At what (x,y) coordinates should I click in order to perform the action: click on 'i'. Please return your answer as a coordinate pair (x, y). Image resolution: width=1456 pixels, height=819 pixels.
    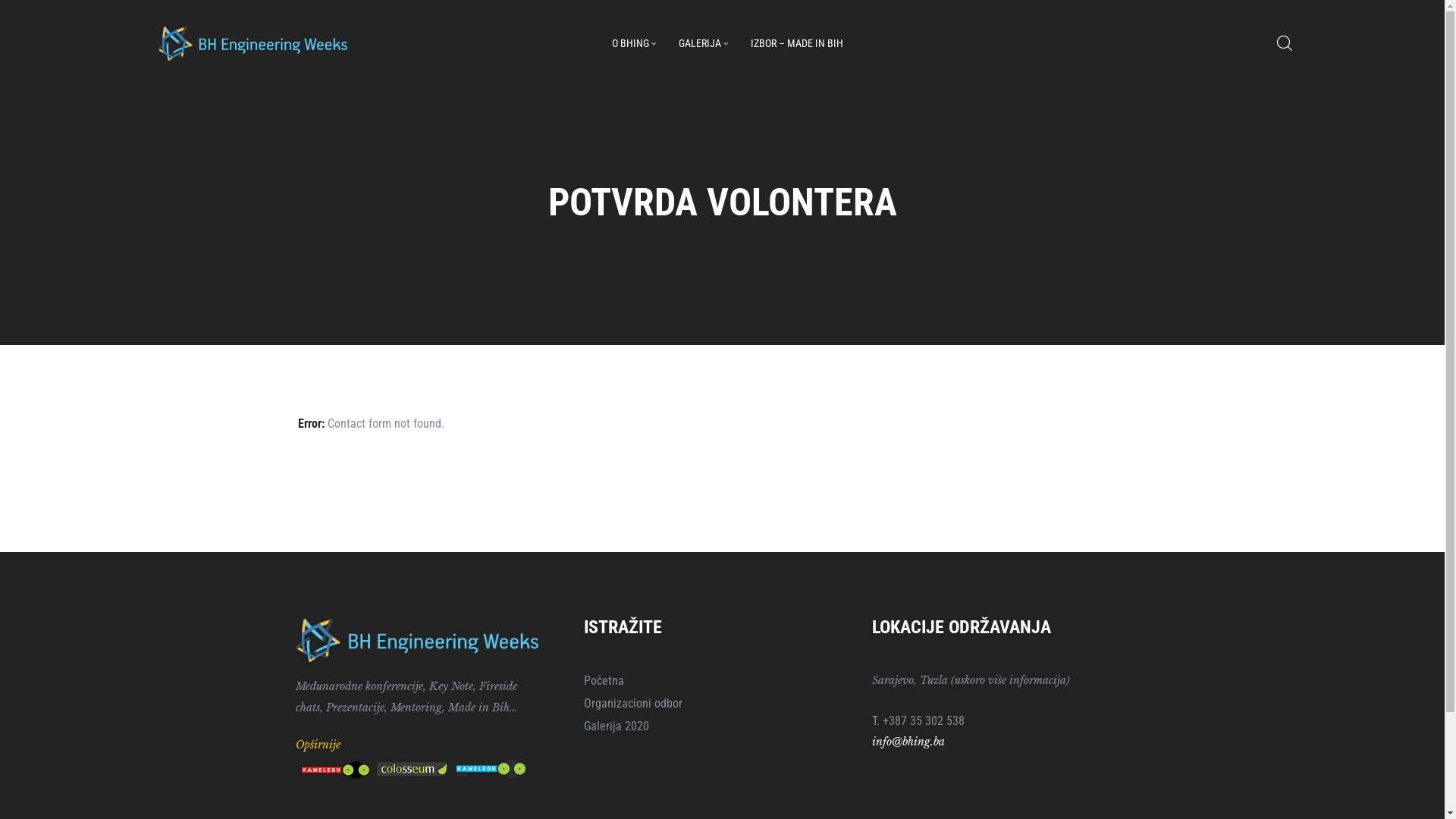
    Looking at the image, I should click on (874, 741).